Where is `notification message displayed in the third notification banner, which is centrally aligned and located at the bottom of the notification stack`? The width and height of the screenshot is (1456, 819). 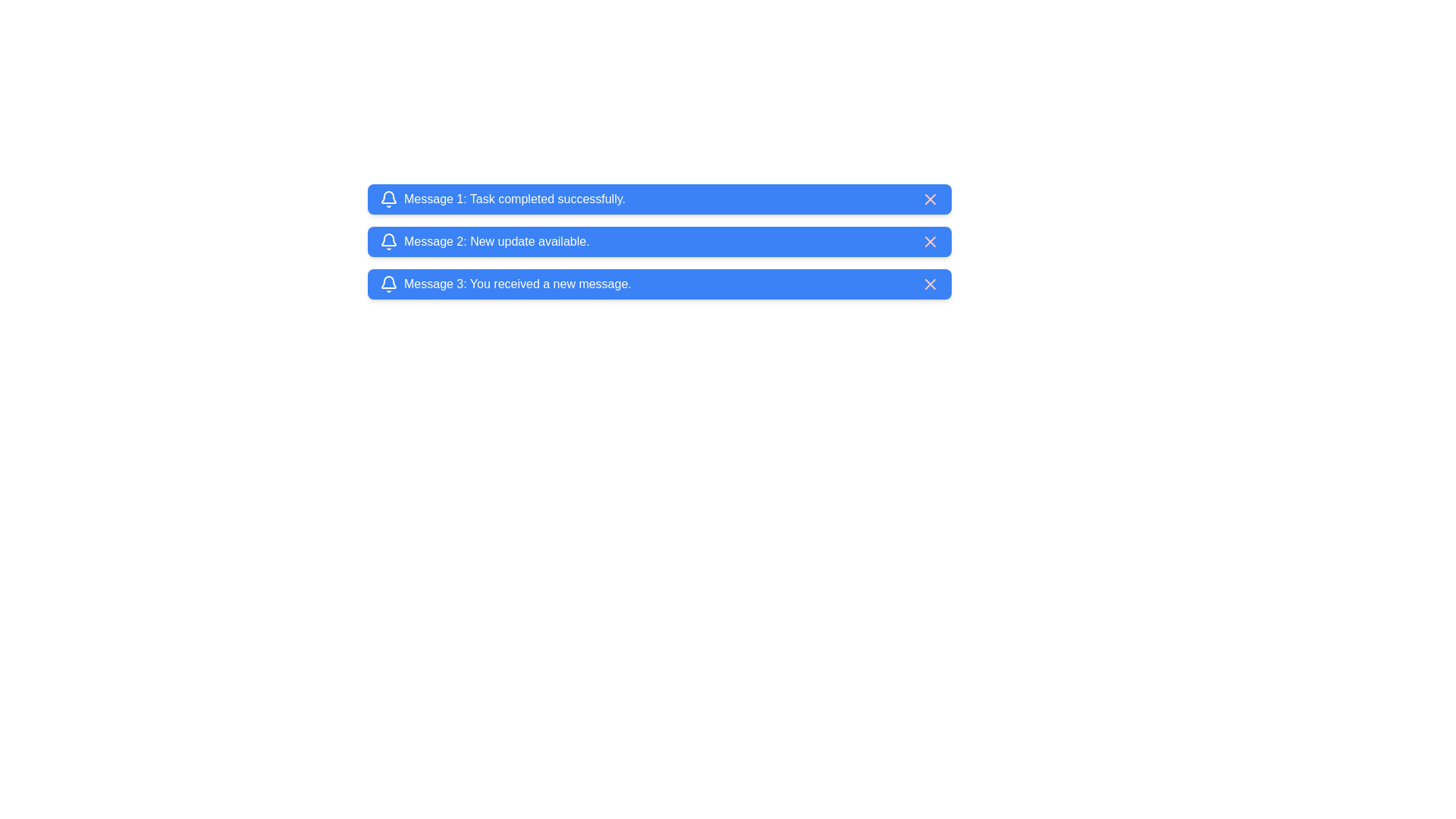
notification message displayed in the third notification banner, which is centrally aligned and located at the bottom of the notification stack is located at coordinates (659, 284).